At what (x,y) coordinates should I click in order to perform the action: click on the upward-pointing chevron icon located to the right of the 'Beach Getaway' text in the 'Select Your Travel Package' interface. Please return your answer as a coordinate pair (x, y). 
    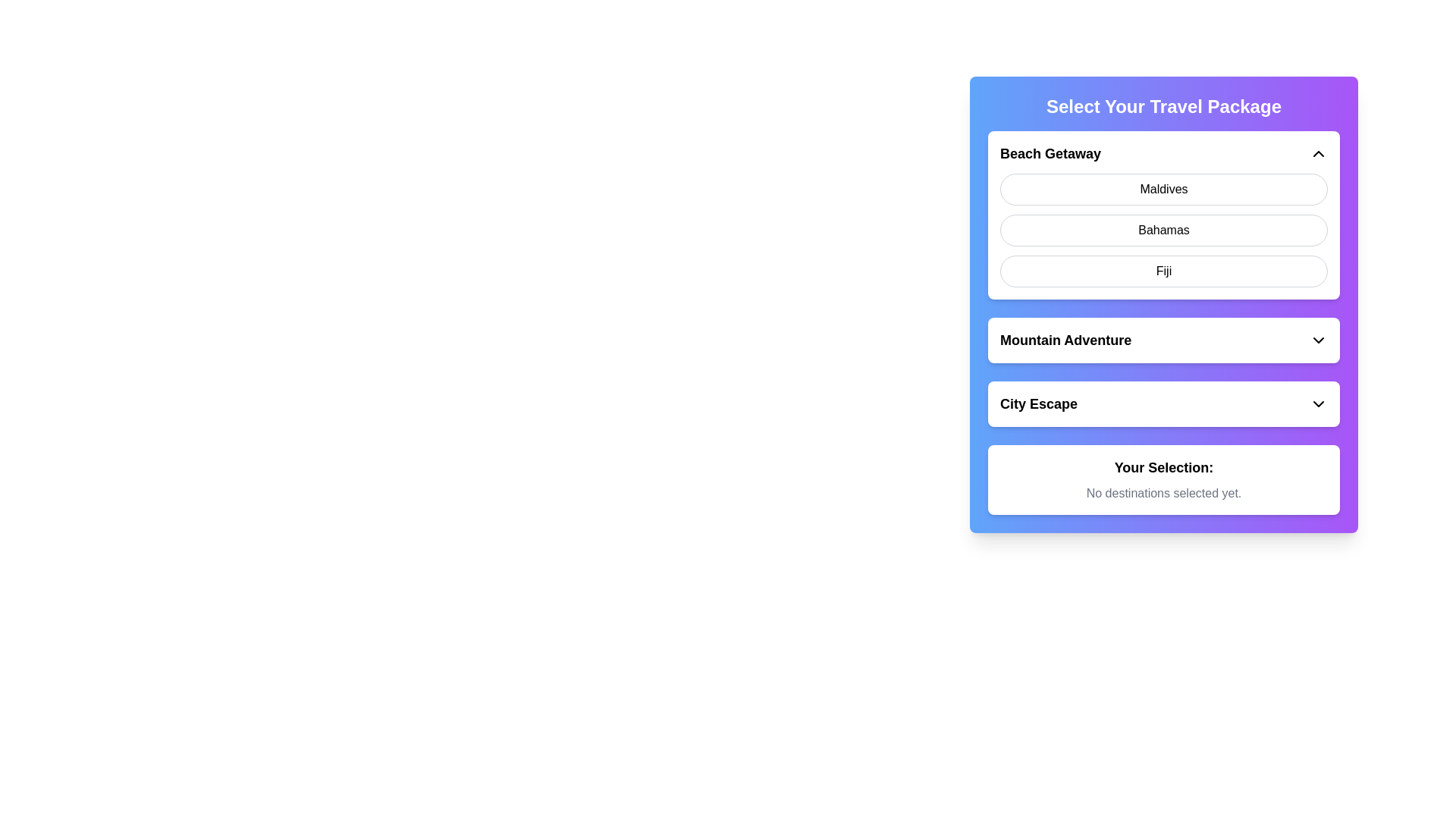
    Looking at the image, I should click on (1317, 154).